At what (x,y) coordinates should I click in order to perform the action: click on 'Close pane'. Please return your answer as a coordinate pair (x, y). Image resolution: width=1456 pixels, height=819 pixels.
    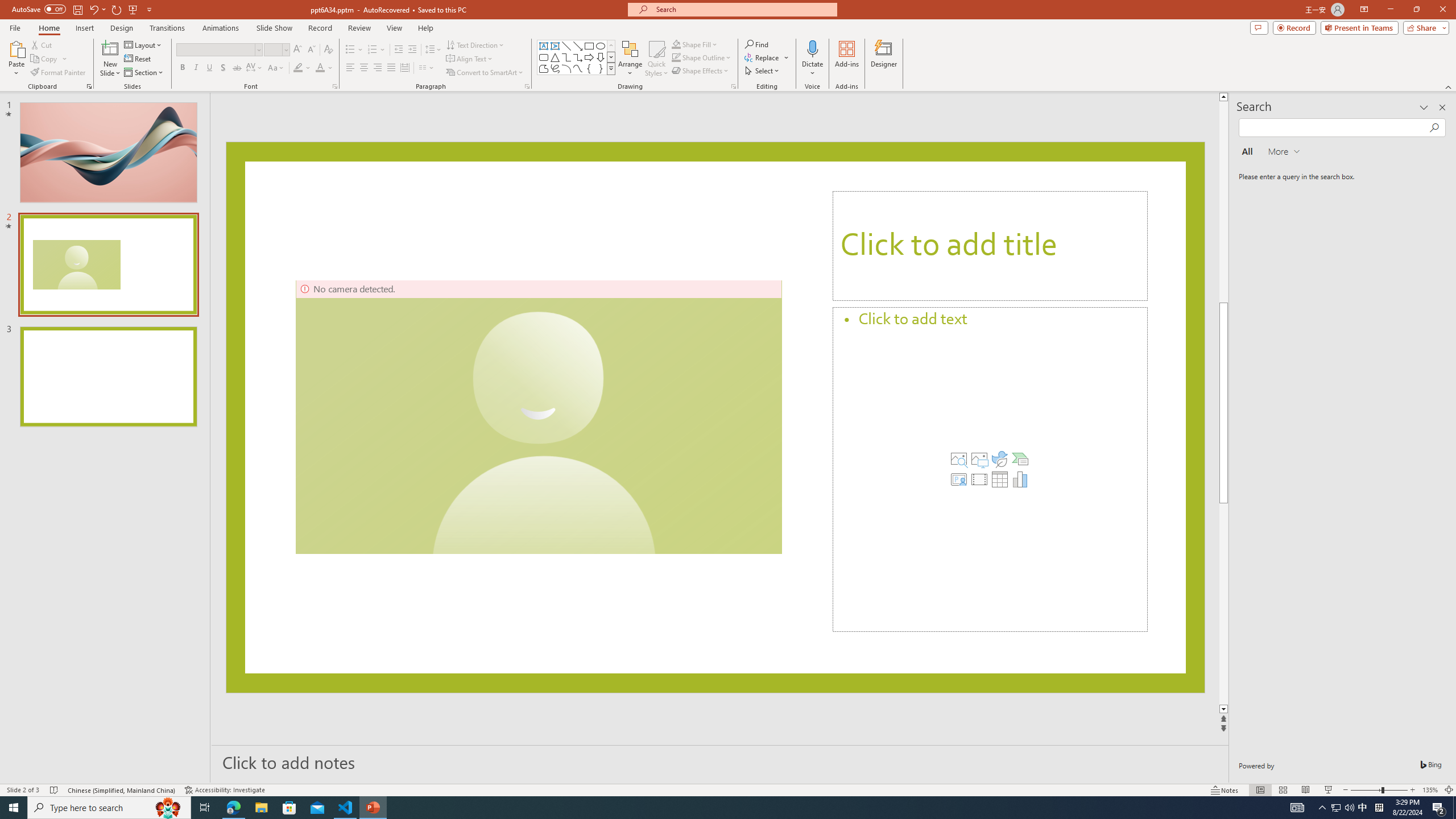
    Looking at the image, I should click on (1442, 107).